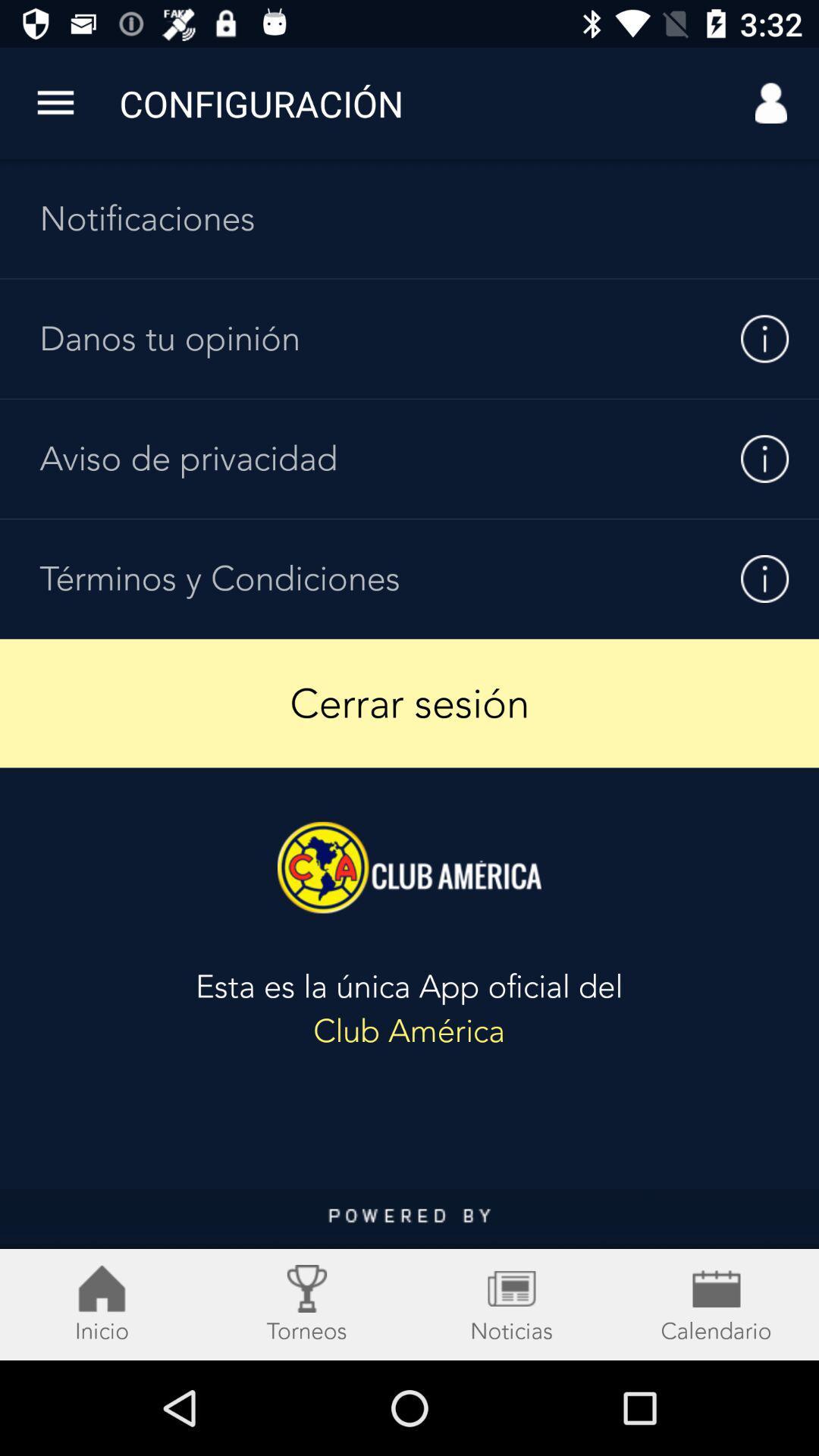  What do you see at coordinates (409, 1274) in the screenshot?
I see `navigate the app` at bounding box center [409, 1274].